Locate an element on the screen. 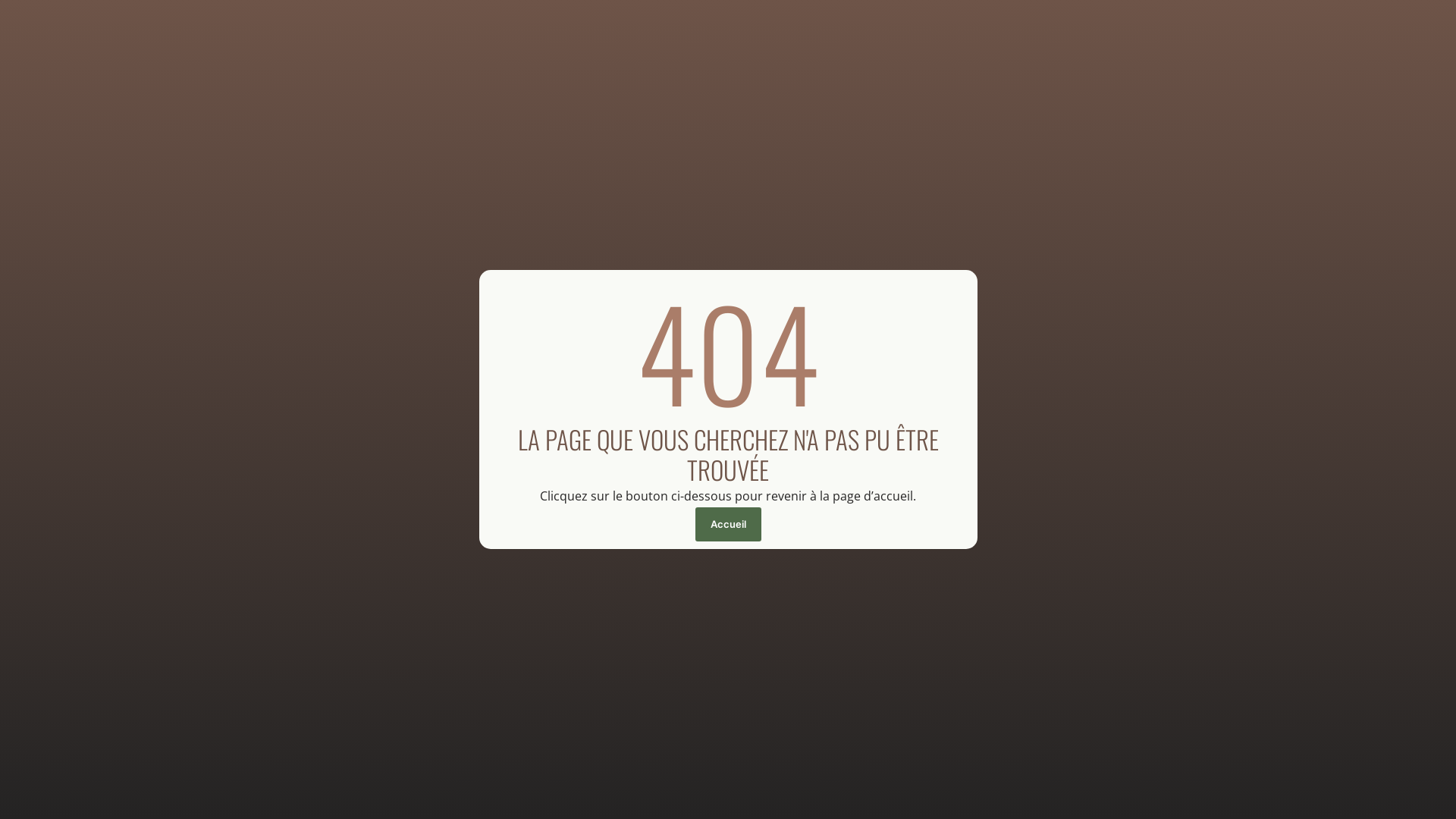  'Accueil' is located at coordinates (694, 523).